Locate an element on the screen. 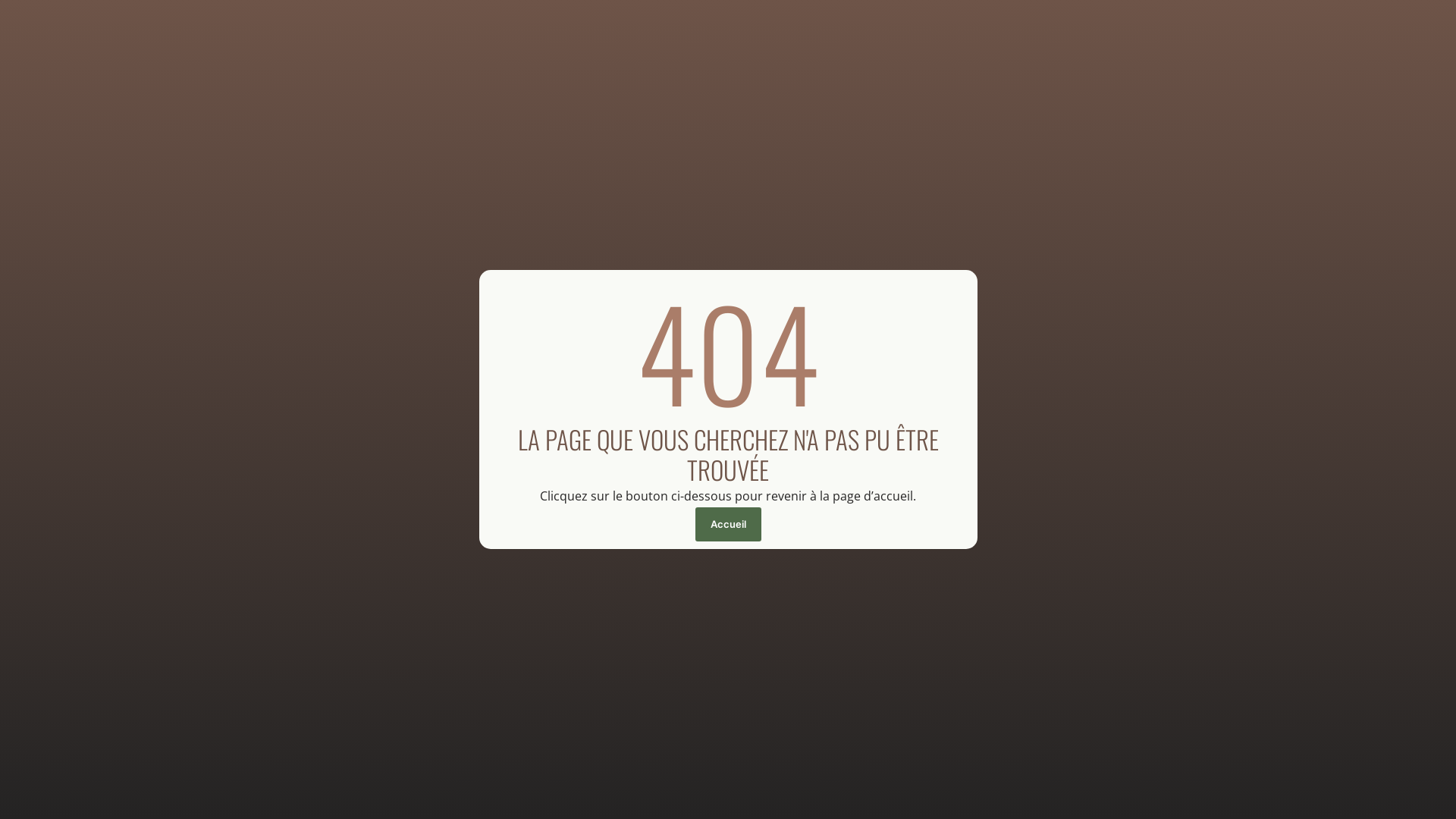  'Accueil' is located at coordinates (694, 523).